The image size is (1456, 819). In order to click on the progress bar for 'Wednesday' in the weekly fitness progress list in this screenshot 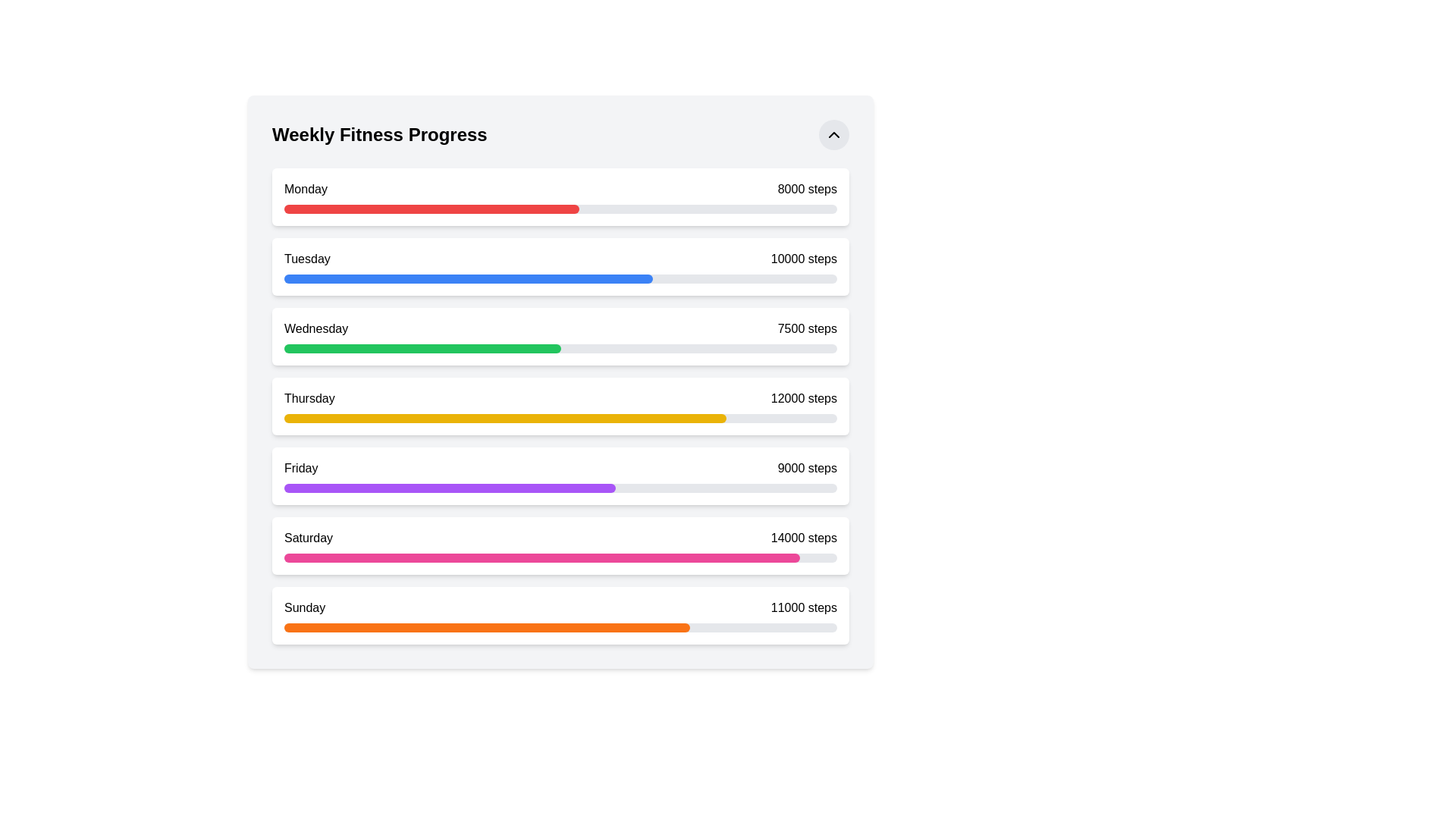, I will do `click(560, 348)`.